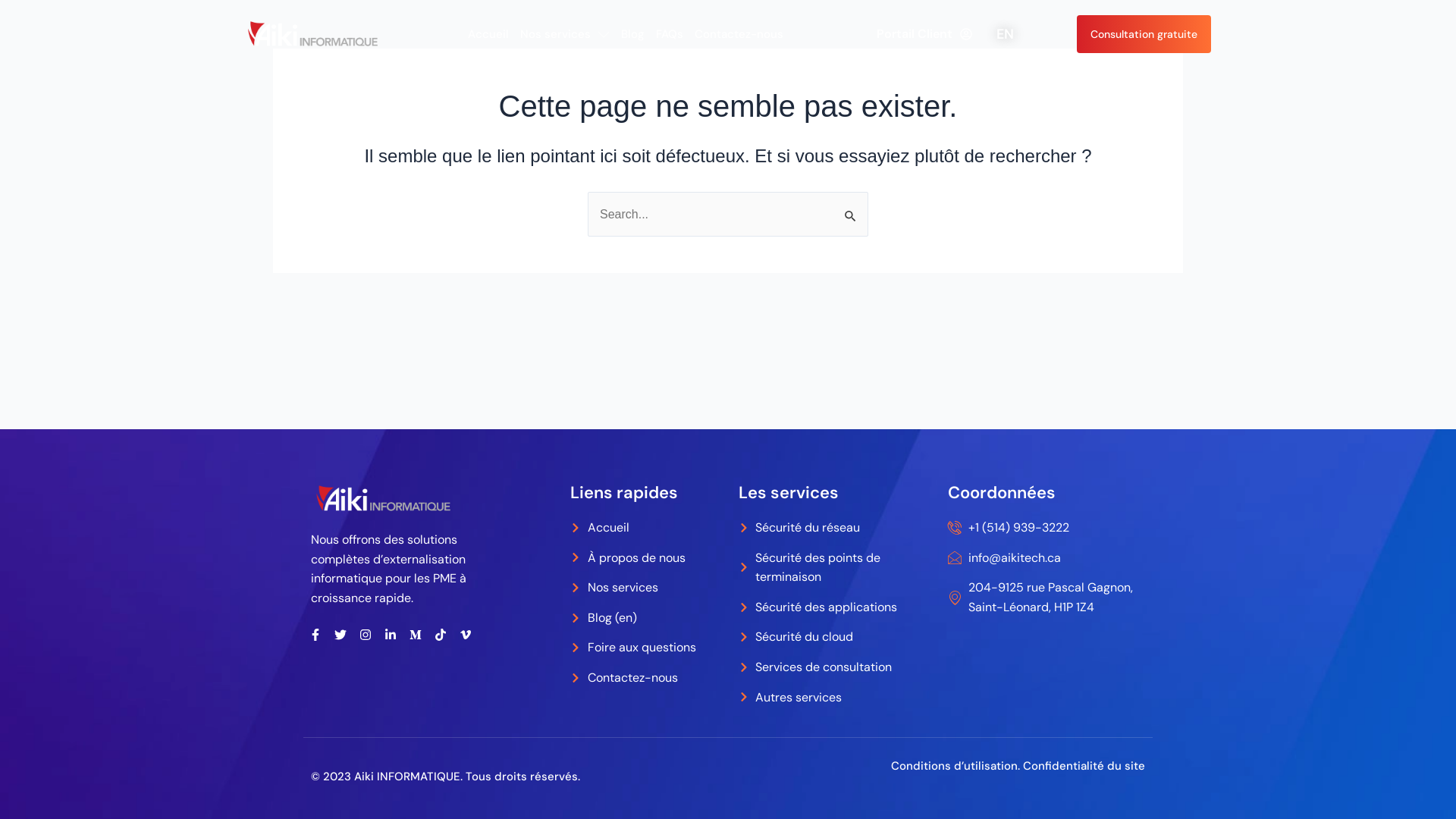 This screenshot has height=819, width=1456. I want to click on 'info@aikitech.ca', so click(1046, 558).